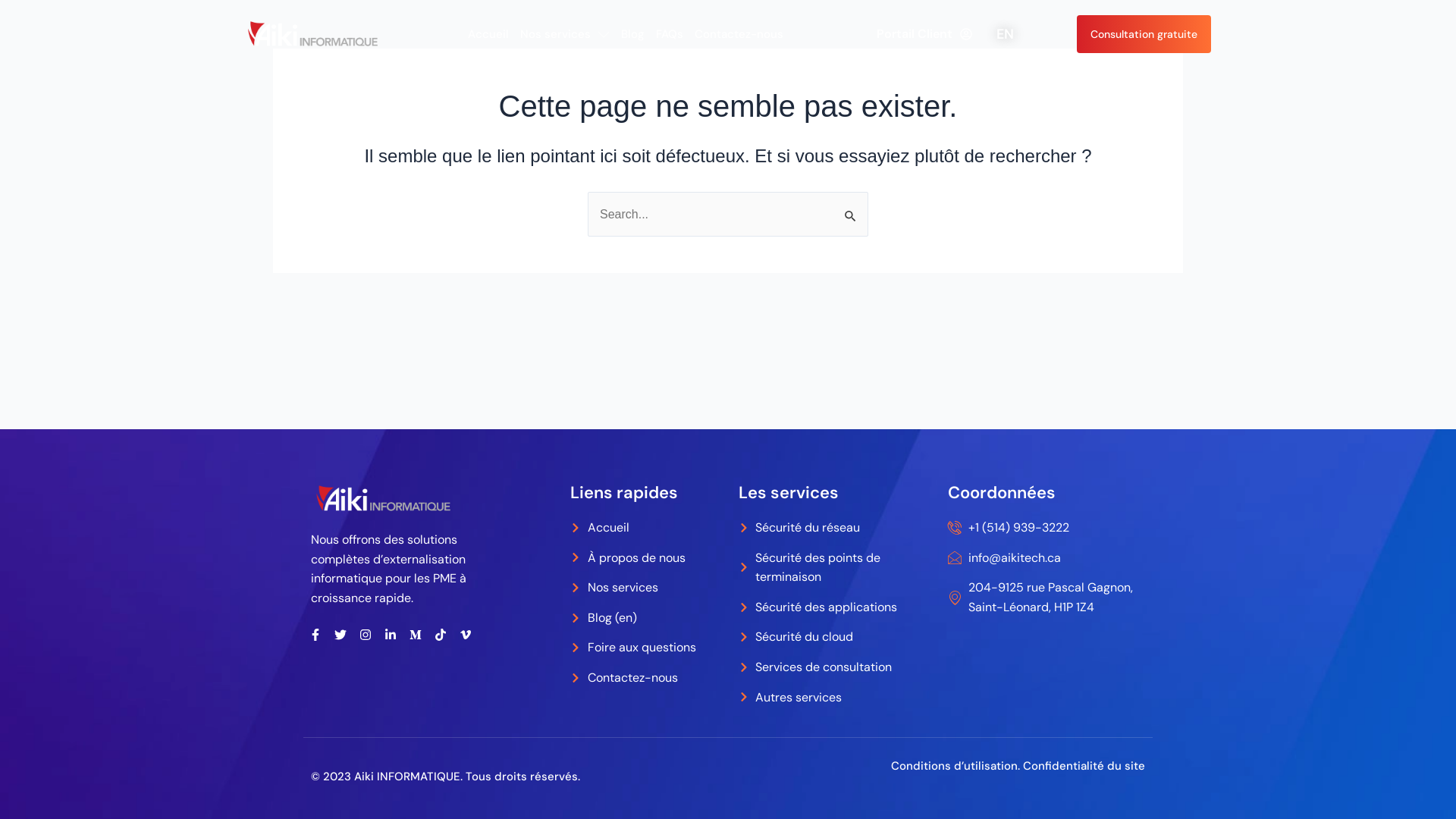 This screenshot has height=819, width=1456. I want to click on 'info@aikitech.ca', so click(1046, 558).